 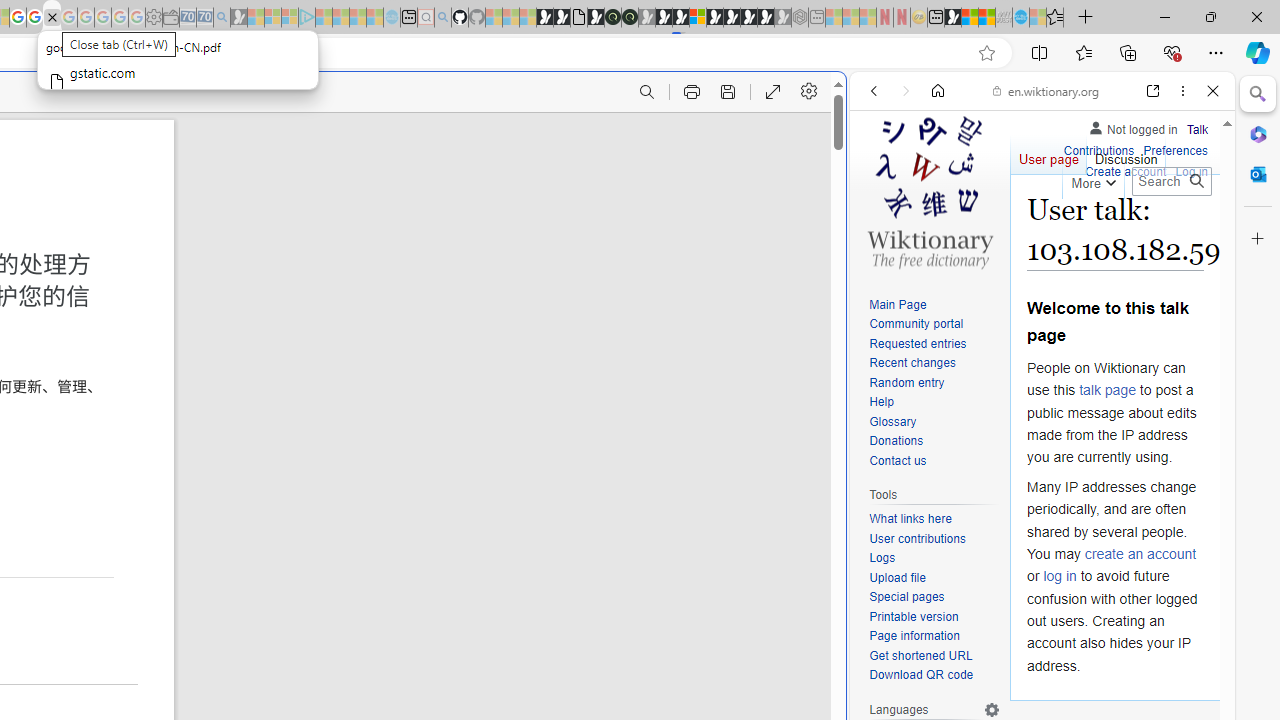 I want to click on 'World - MSN', so click(x=970, y=17).